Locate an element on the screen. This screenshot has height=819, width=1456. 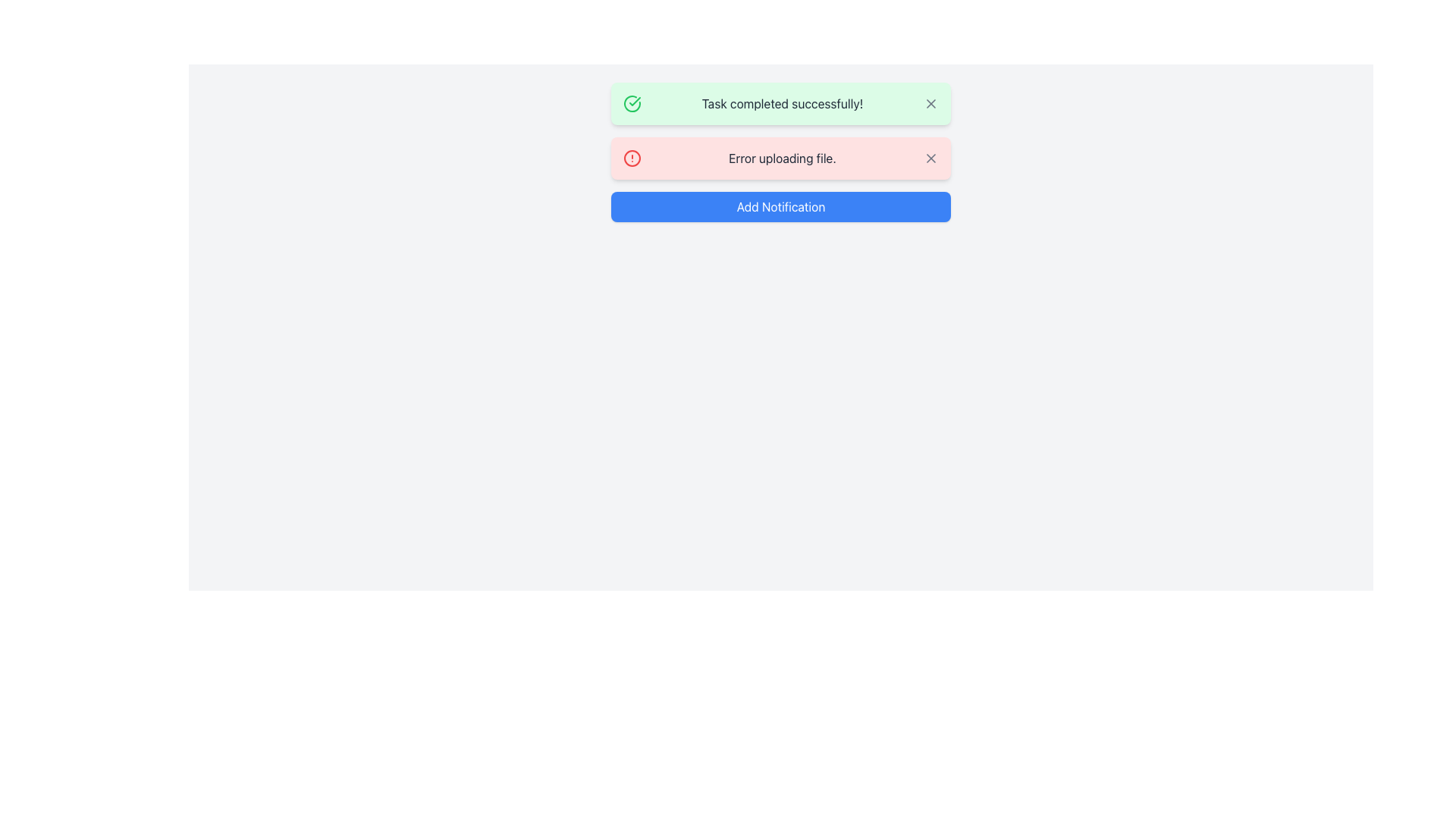
the second notification panel that displays an error message for a failed file upload is located at coordinates (781, 152).